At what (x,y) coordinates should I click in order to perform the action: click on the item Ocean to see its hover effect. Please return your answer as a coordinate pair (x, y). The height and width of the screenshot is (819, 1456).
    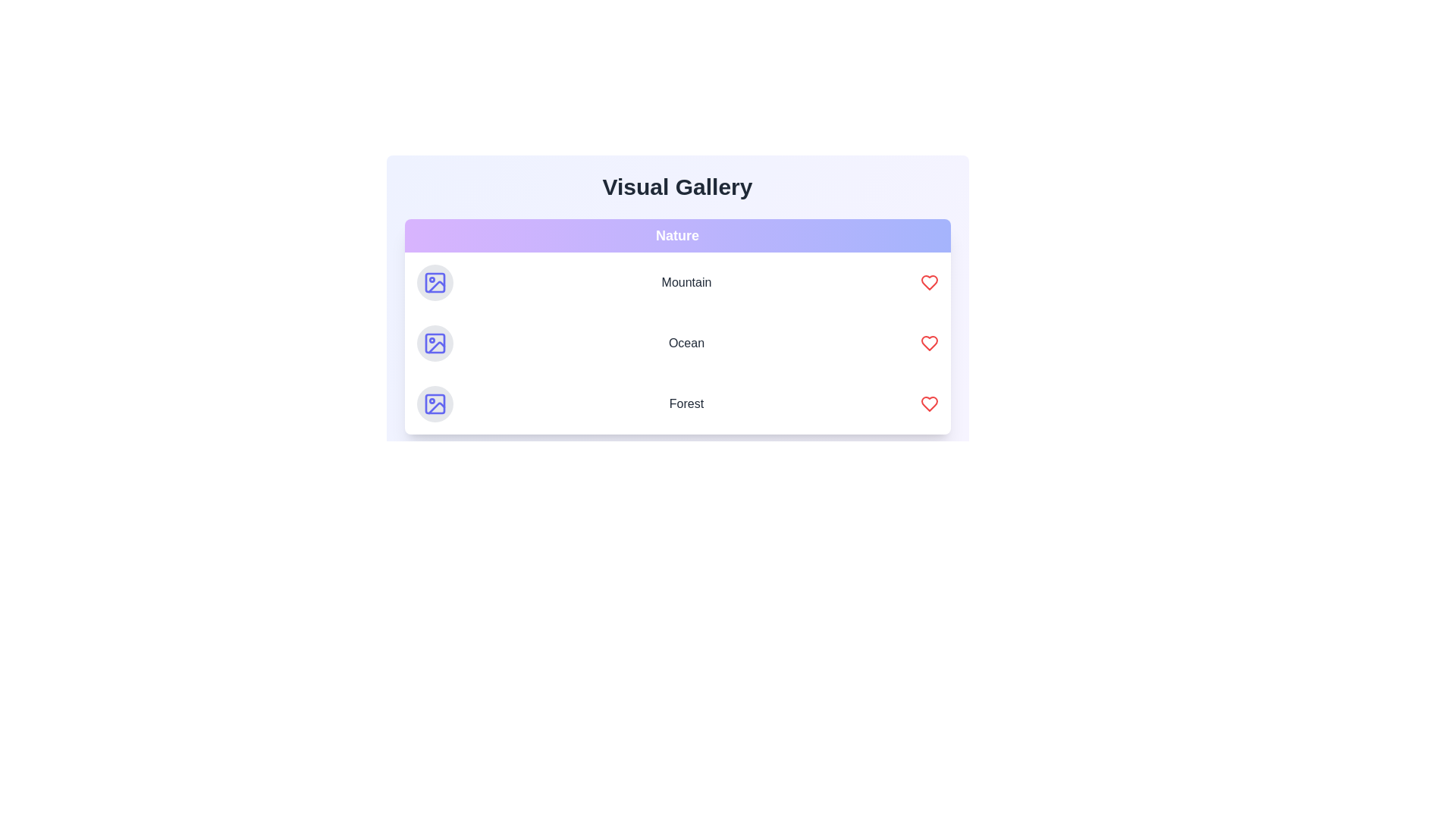
    Looking at the image, I should click on (676, 343).